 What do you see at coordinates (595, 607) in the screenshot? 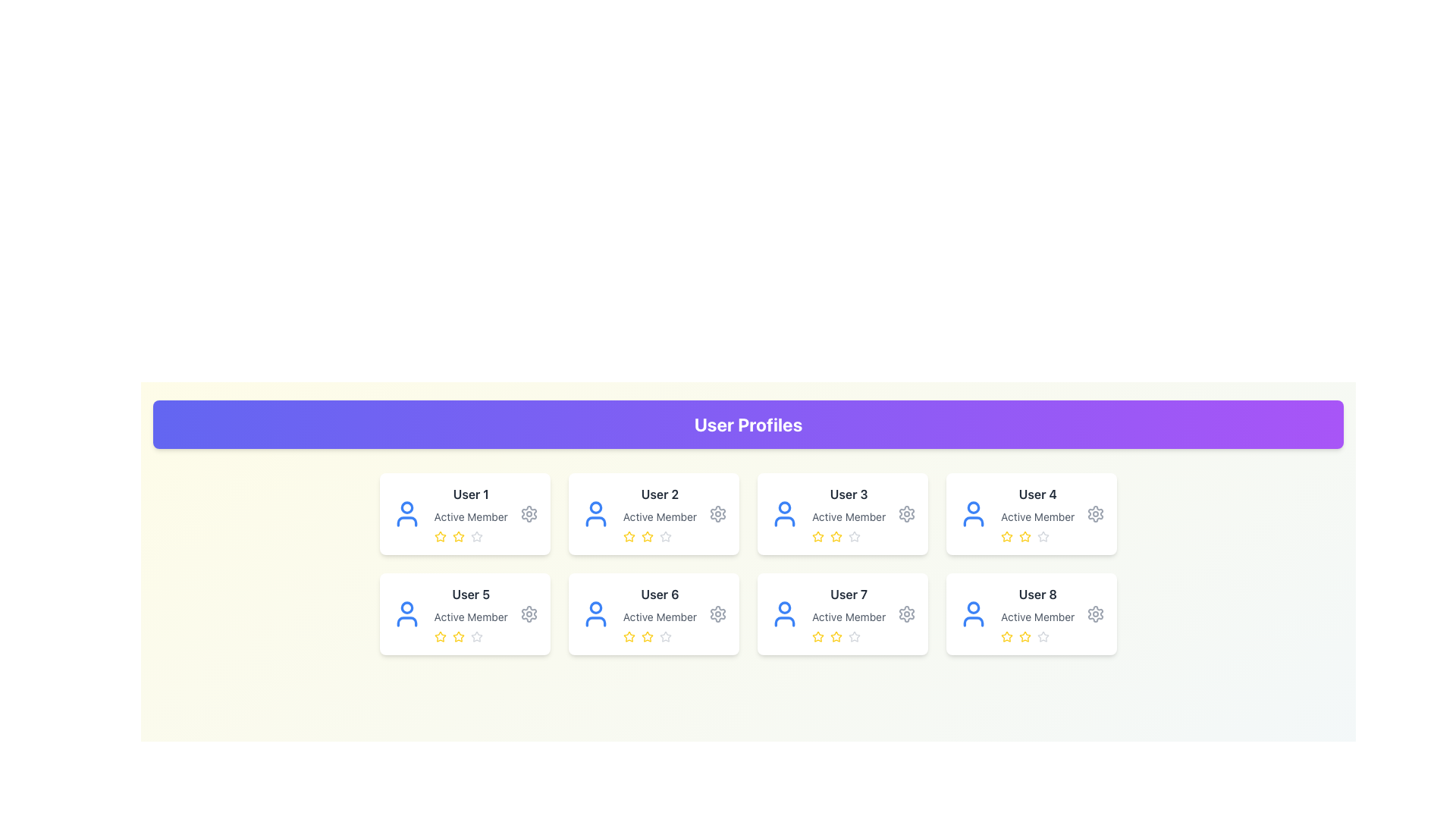
I see `the SVG circle graphic representing the profile icon for 'User 6', located in the bottom row, second column of the user profile grid` at bounding box center [595, 607].